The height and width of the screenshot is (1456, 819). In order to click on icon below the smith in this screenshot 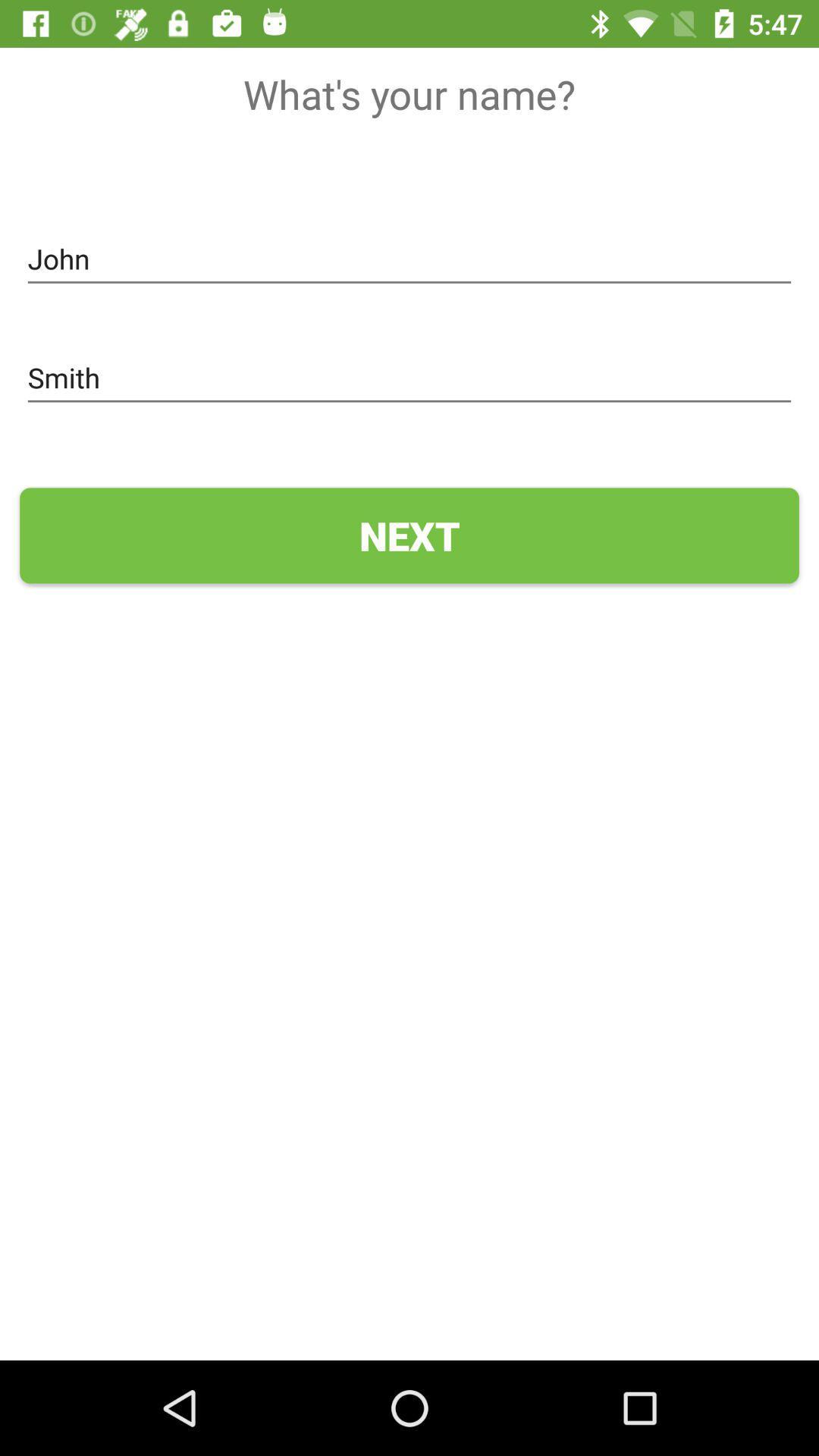, I will do `click(409, 535)`.